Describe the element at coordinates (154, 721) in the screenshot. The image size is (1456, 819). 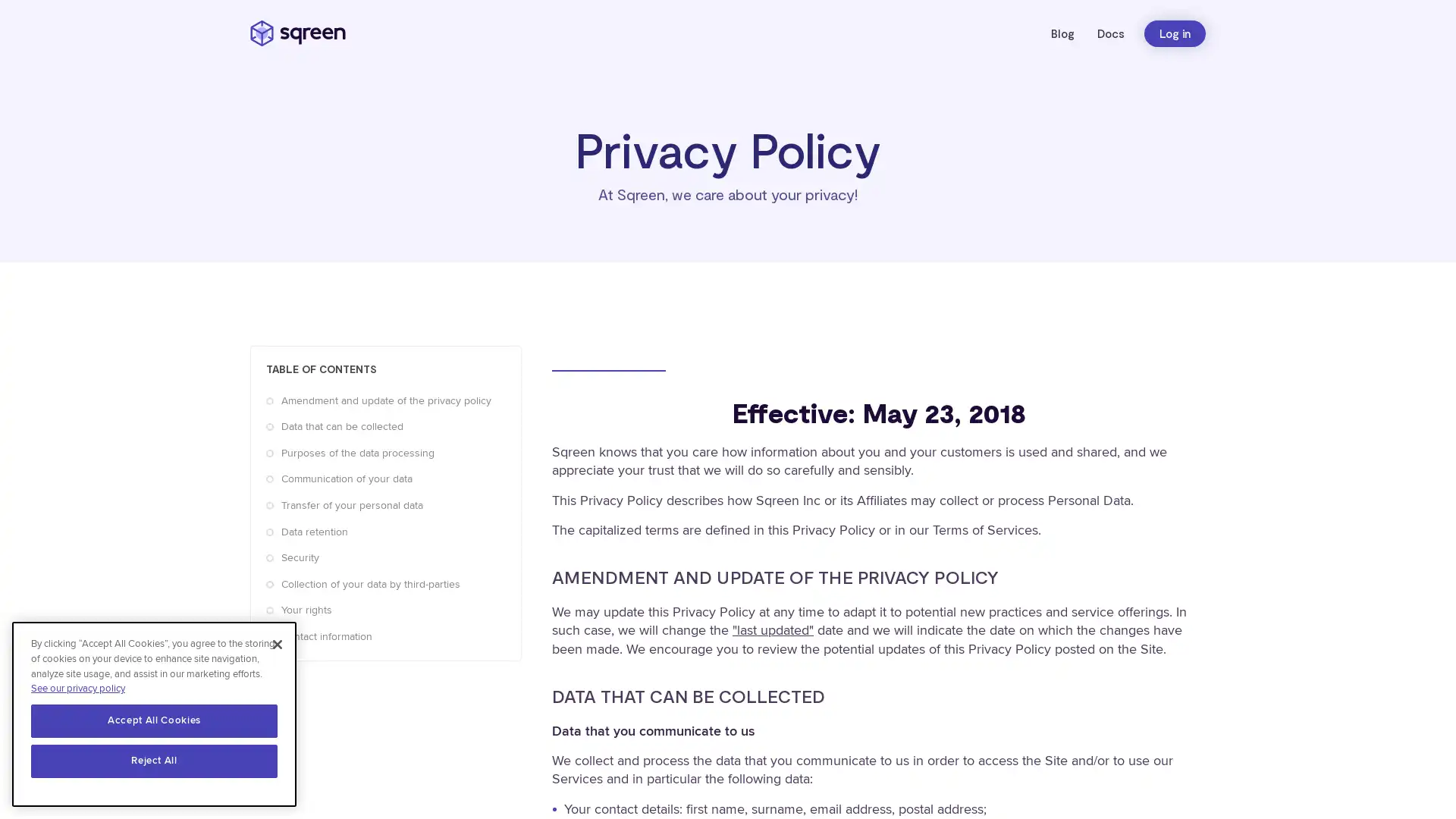
I see `Accept All Cookies` at that location.